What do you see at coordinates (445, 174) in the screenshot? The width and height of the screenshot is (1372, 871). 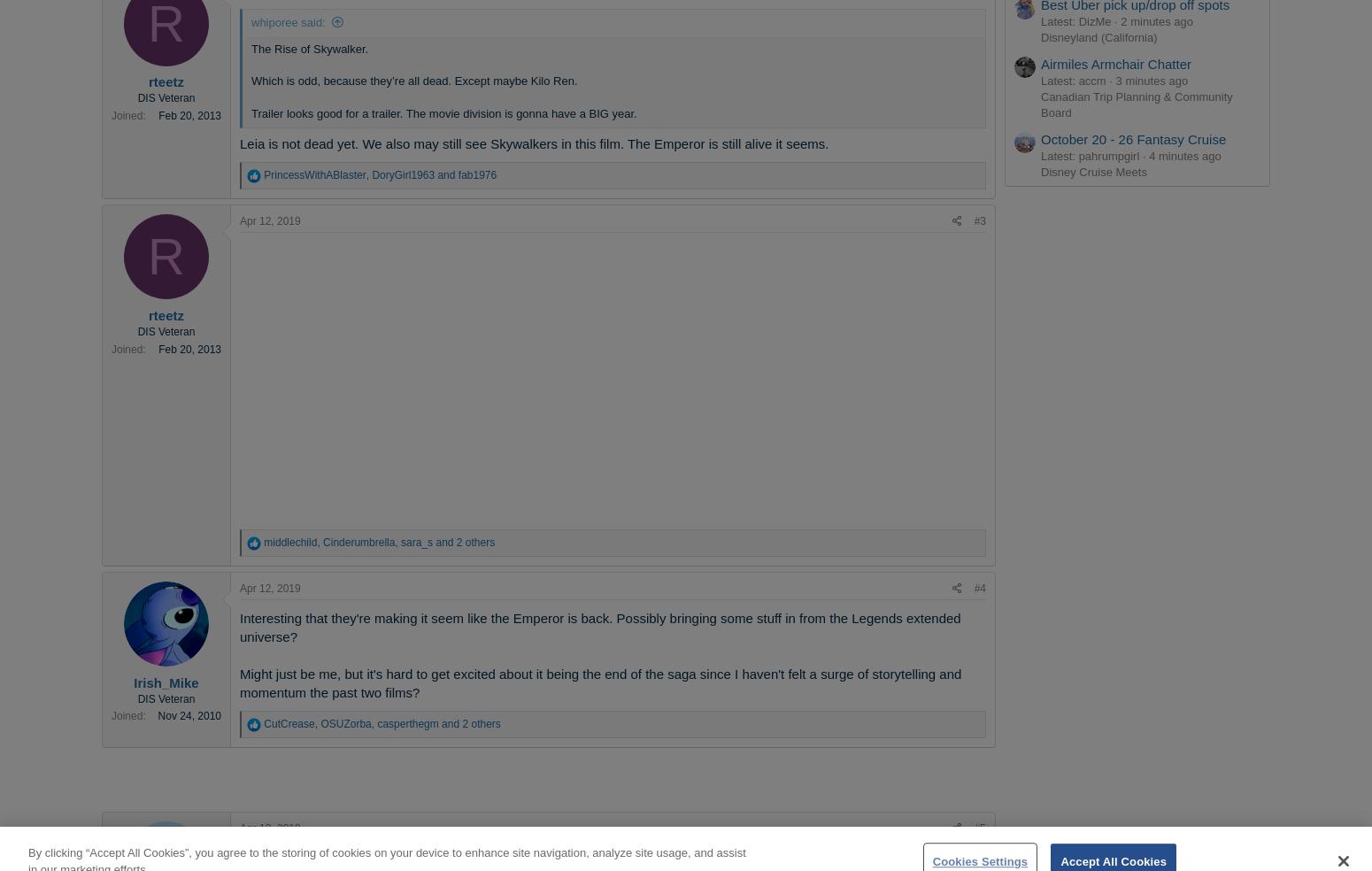 I see `'and'` at bounding box center [445, 174].